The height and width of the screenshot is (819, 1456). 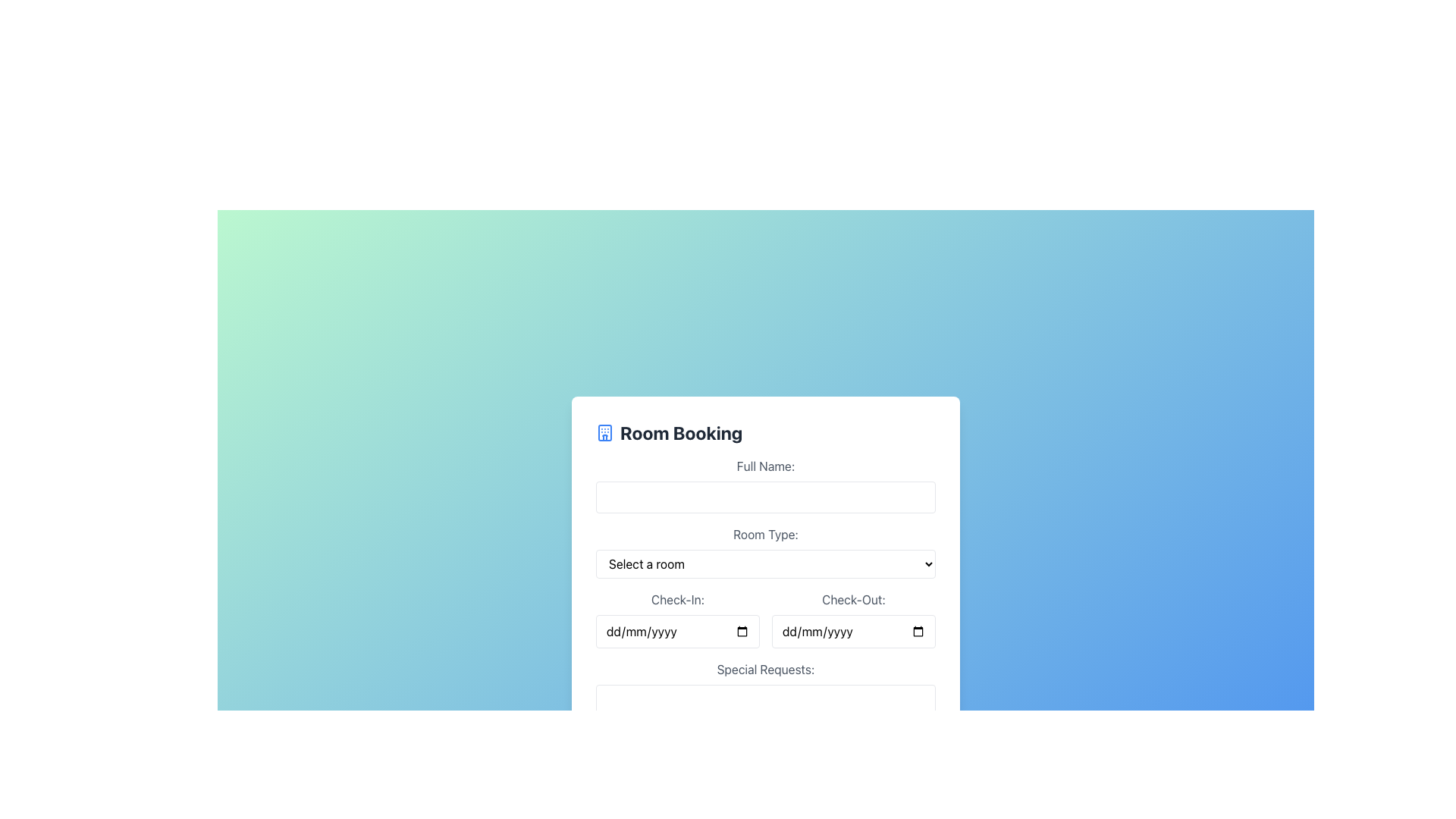 What do you see at coordinates (854, 632) in the screenshot?
I see `the 'Check-Out:' date input field, which has rounded corners and a placeholder of 'dd/mm/yyyy'` at bounding box center [854, 632].